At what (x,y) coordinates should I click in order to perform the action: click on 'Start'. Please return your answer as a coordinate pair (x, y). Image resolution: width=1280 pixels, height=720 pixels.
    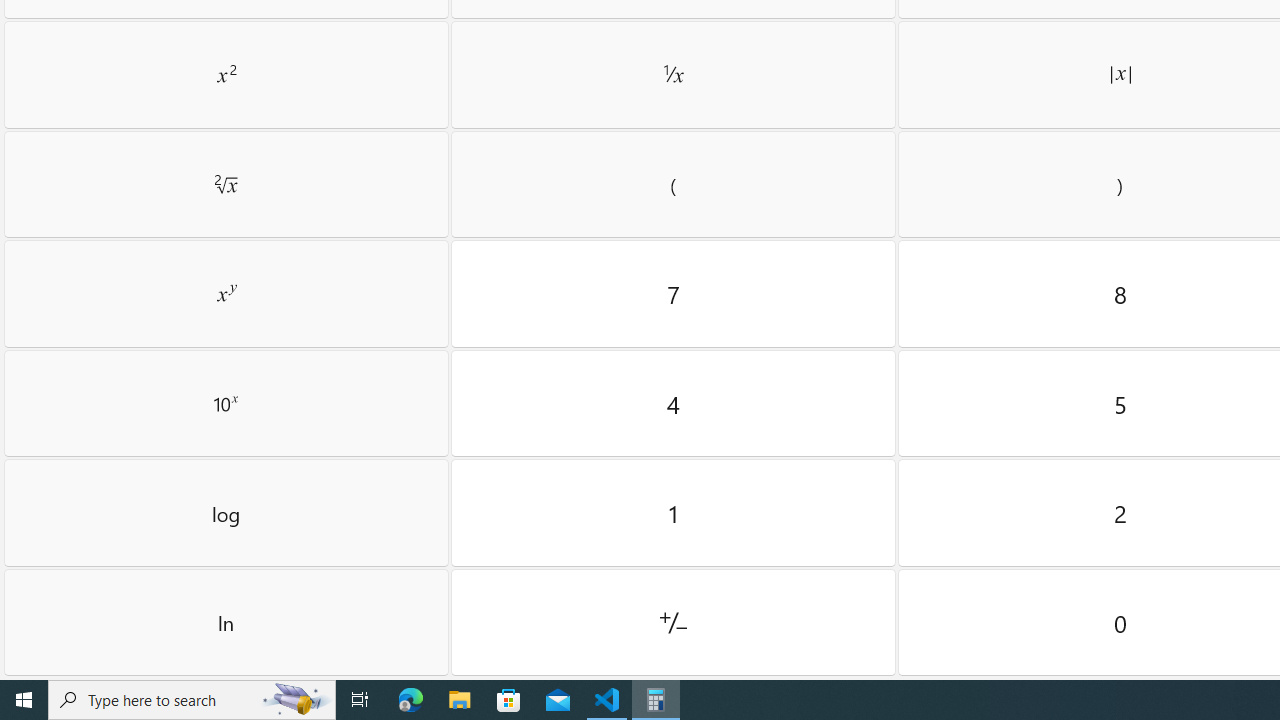
    Looking at the image, I should click on (24, 698).